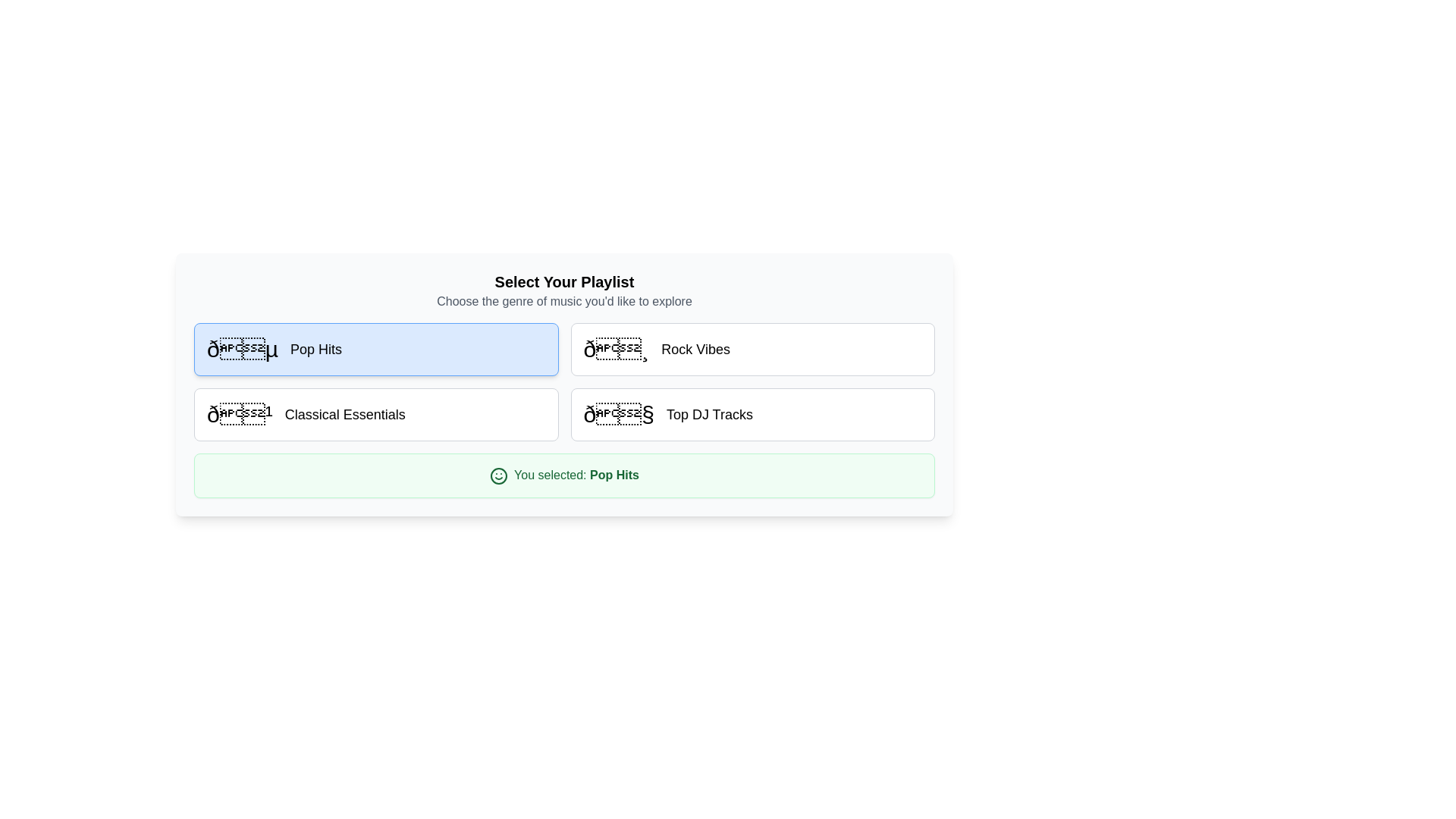 This screenshot has height=819, width=1456. What do you see at coordinates (563, 291) in the screenshot?
I see `text block containing 'Select Your Playlist' and 'Choose the genre of music you'd like to explore', which is located above the music genre buttons` at bounding box center [563, 291].